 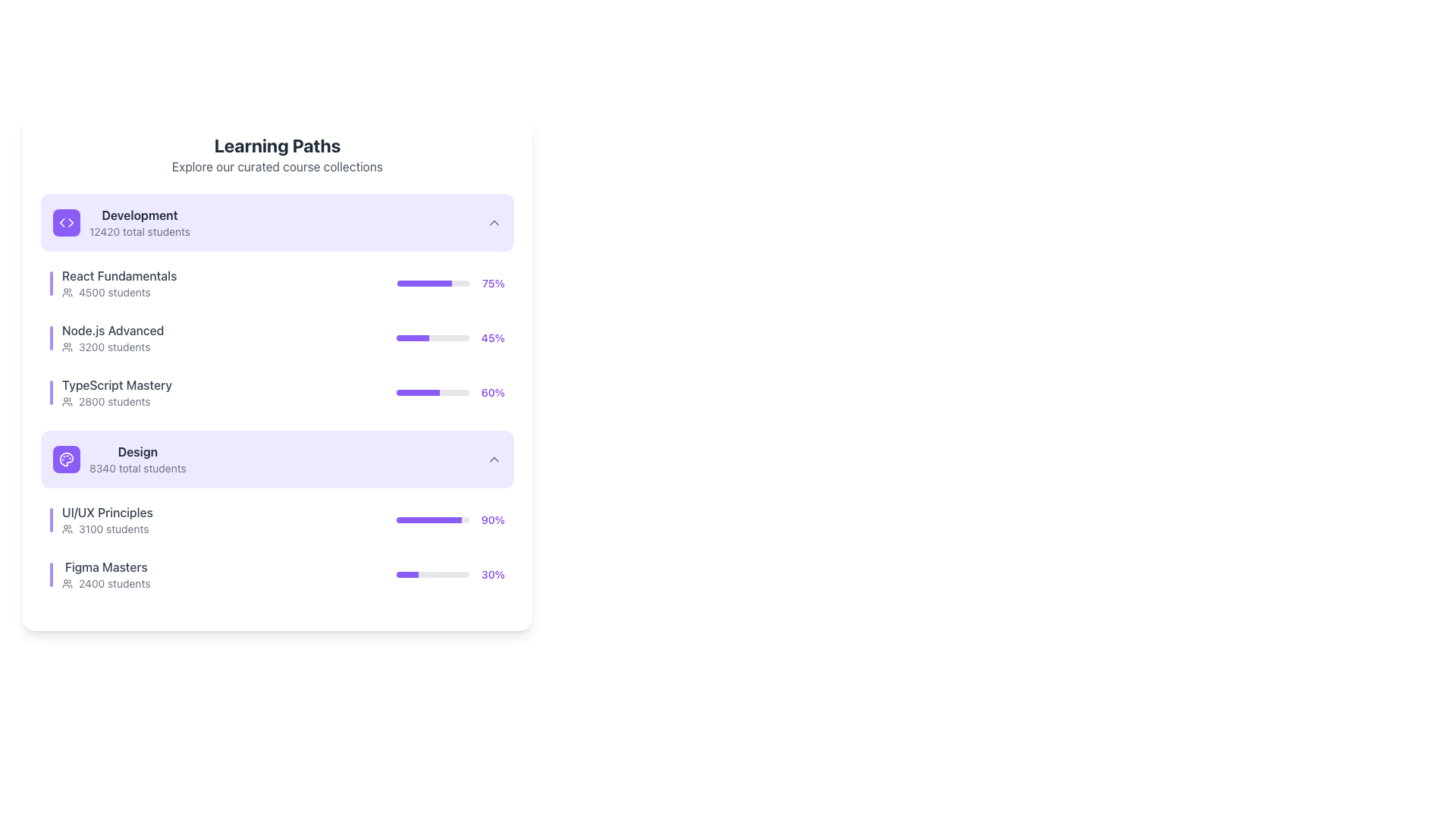 I want to click on text displayed in the Text Label that shows the total number of students enrolled in the 'UI/UX Principles' course, located below the section header in the 'Design' section, so click(x=106, y=529).